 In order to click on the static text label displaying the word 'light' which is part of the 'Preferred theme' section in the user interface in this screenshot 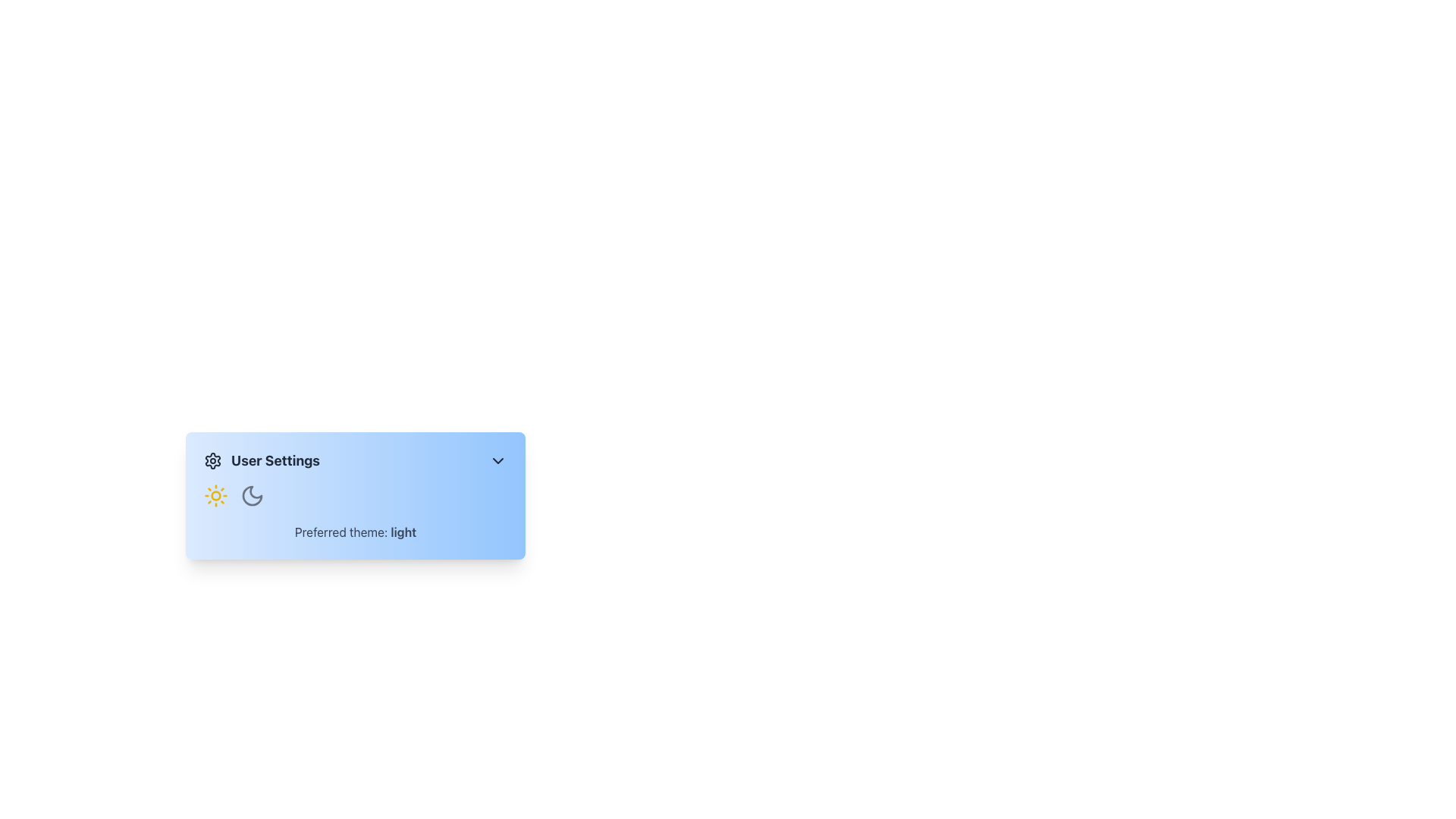, I will do `click(403, 532)`.